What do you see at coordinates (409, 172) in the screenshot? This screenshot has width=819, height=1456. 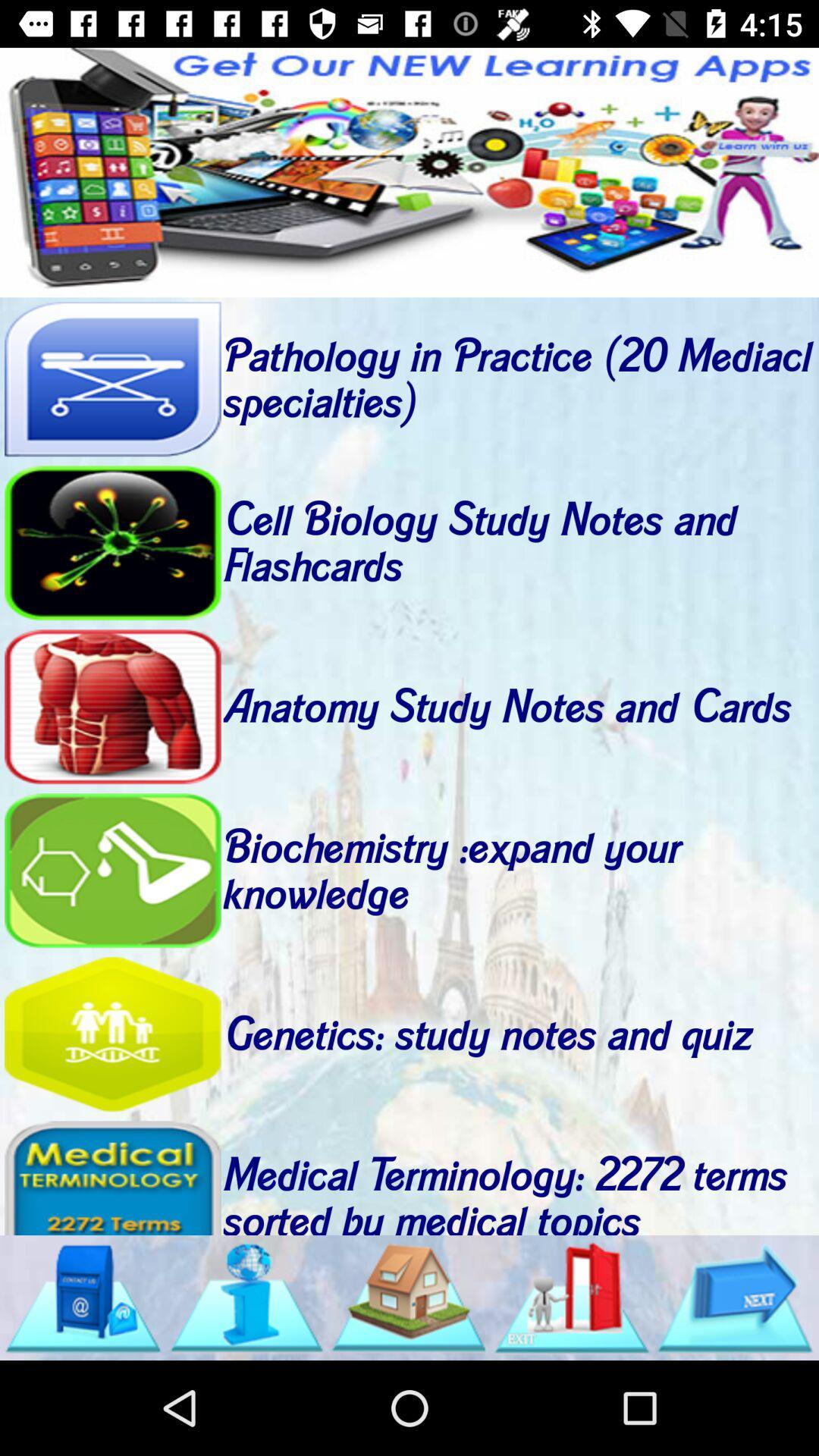 I see `get our new learning apps` at bounding box center [409, 172].